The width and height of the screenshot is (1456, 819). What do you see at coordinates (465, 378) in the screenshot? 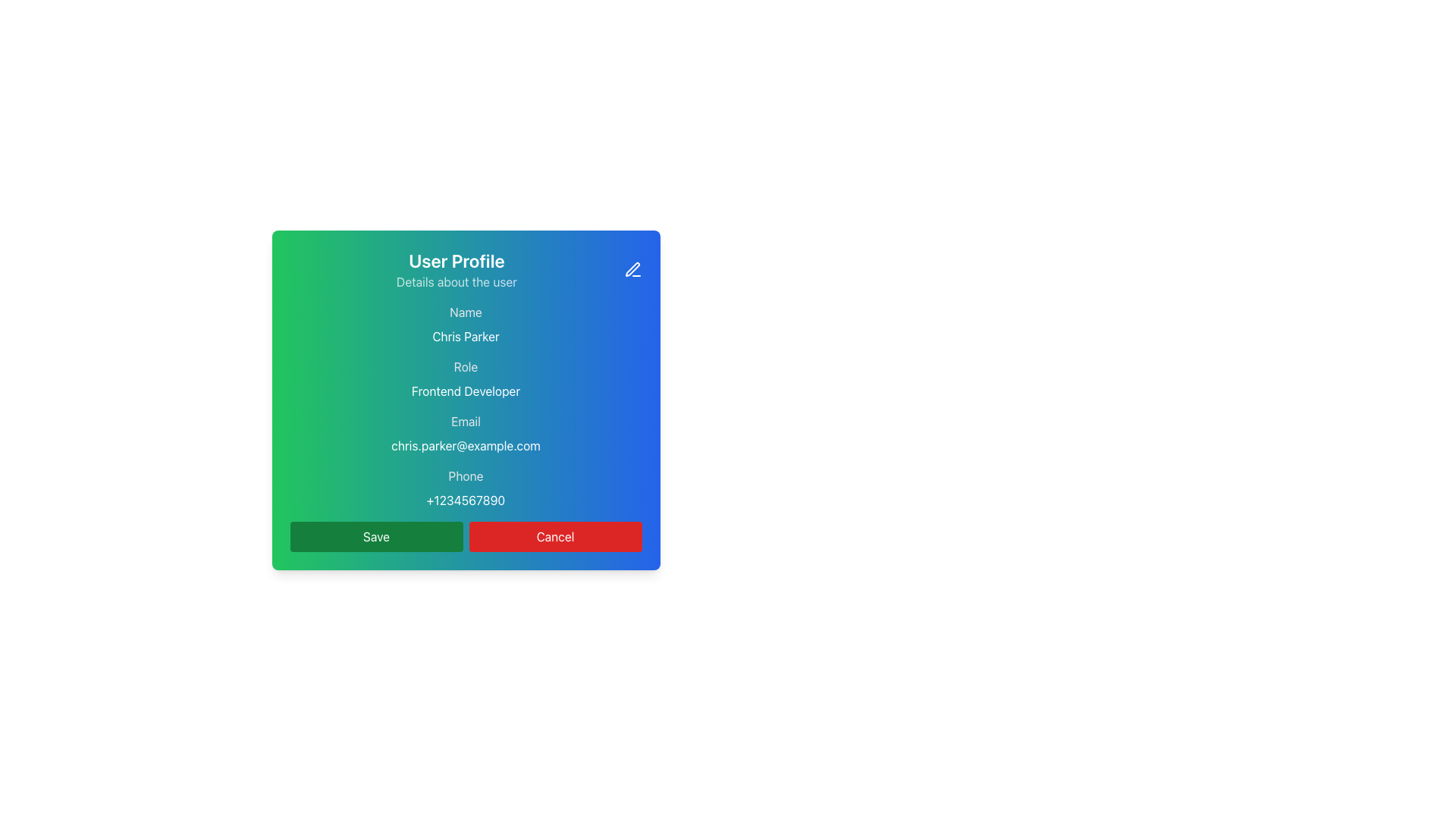
I see `the Text Display element that shows the user's role or job title, located in the middle of the user profile card, between the 'Name' and 'Email' sections` at bounding box center [465, 378].